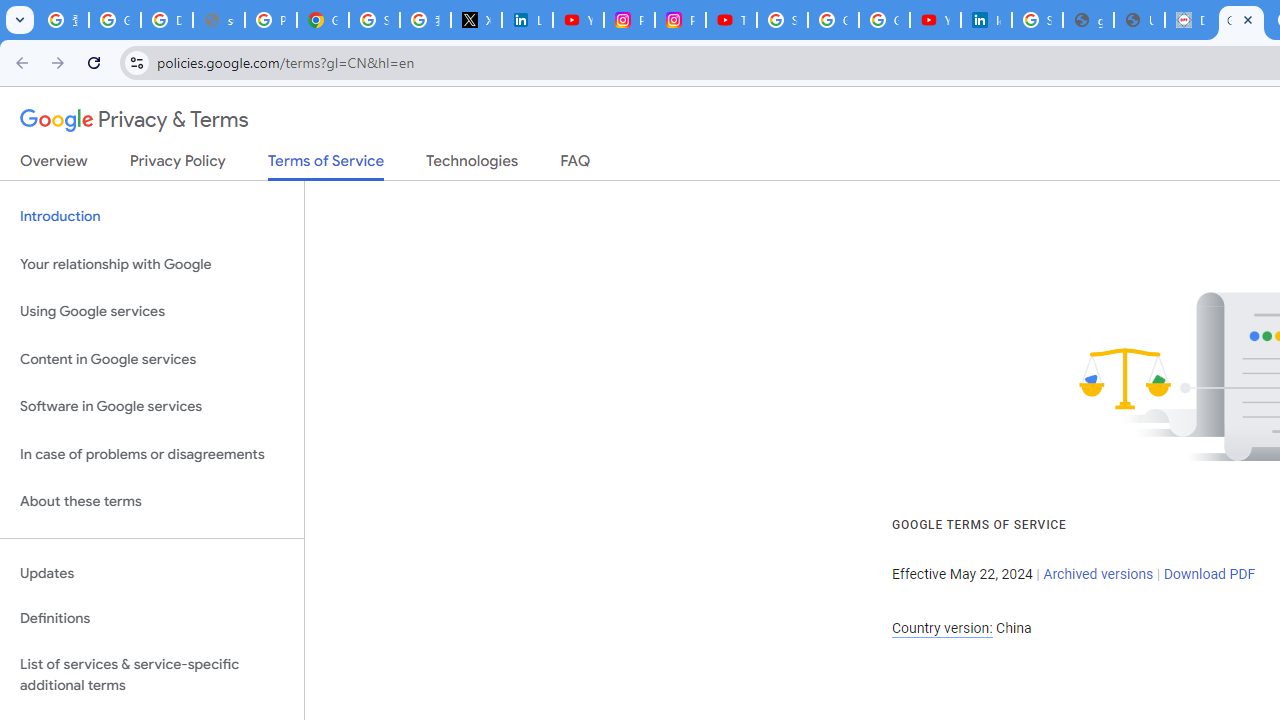 Image resolution: width=1280 pixels, height=720 pixels. I want to click on 'In case of problems or disagreements', so click(151, 454).